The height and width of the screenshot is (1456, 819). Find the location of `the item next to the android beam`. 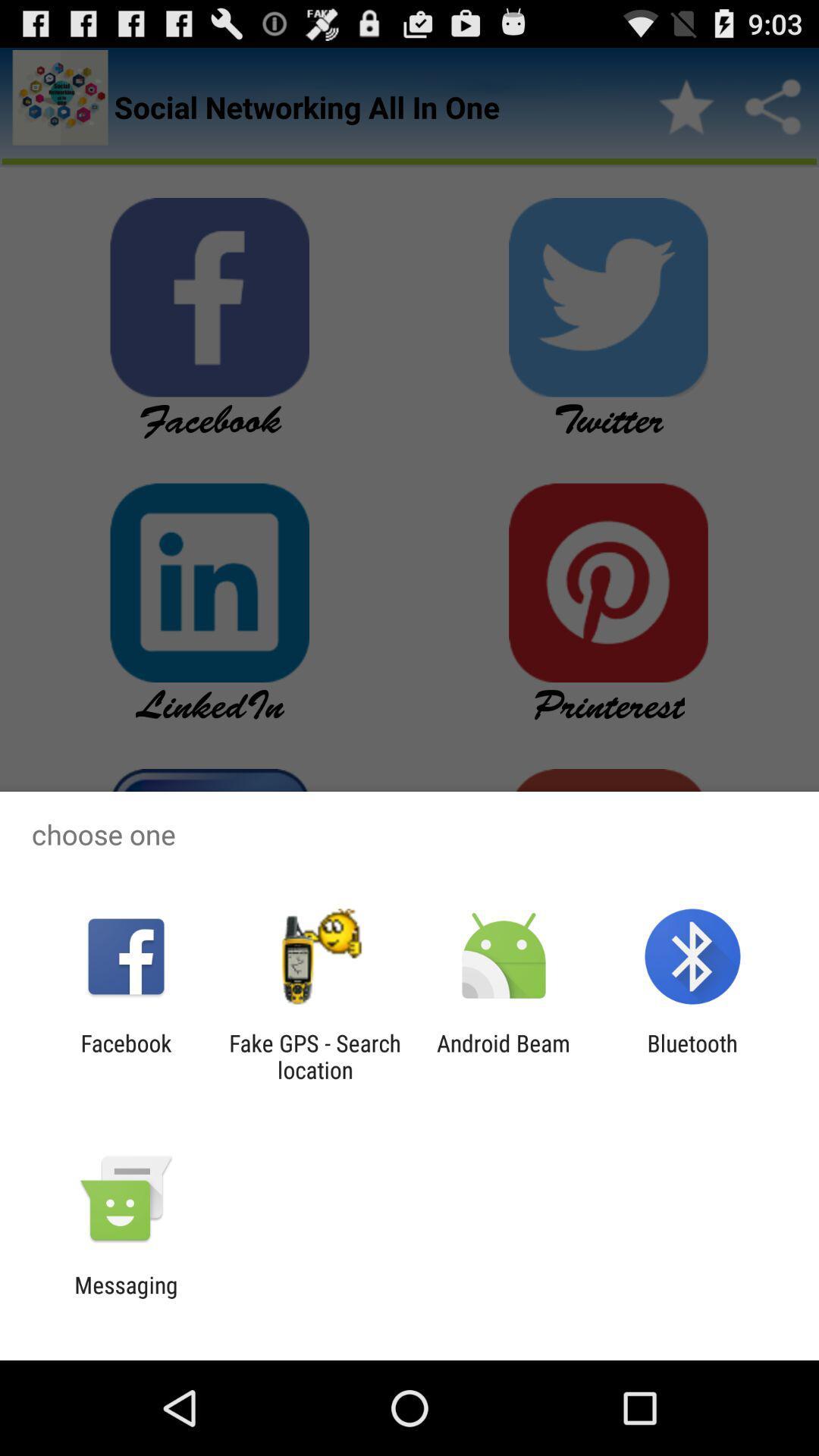

the item next to the android beam is located at coordinates (314, 1056).